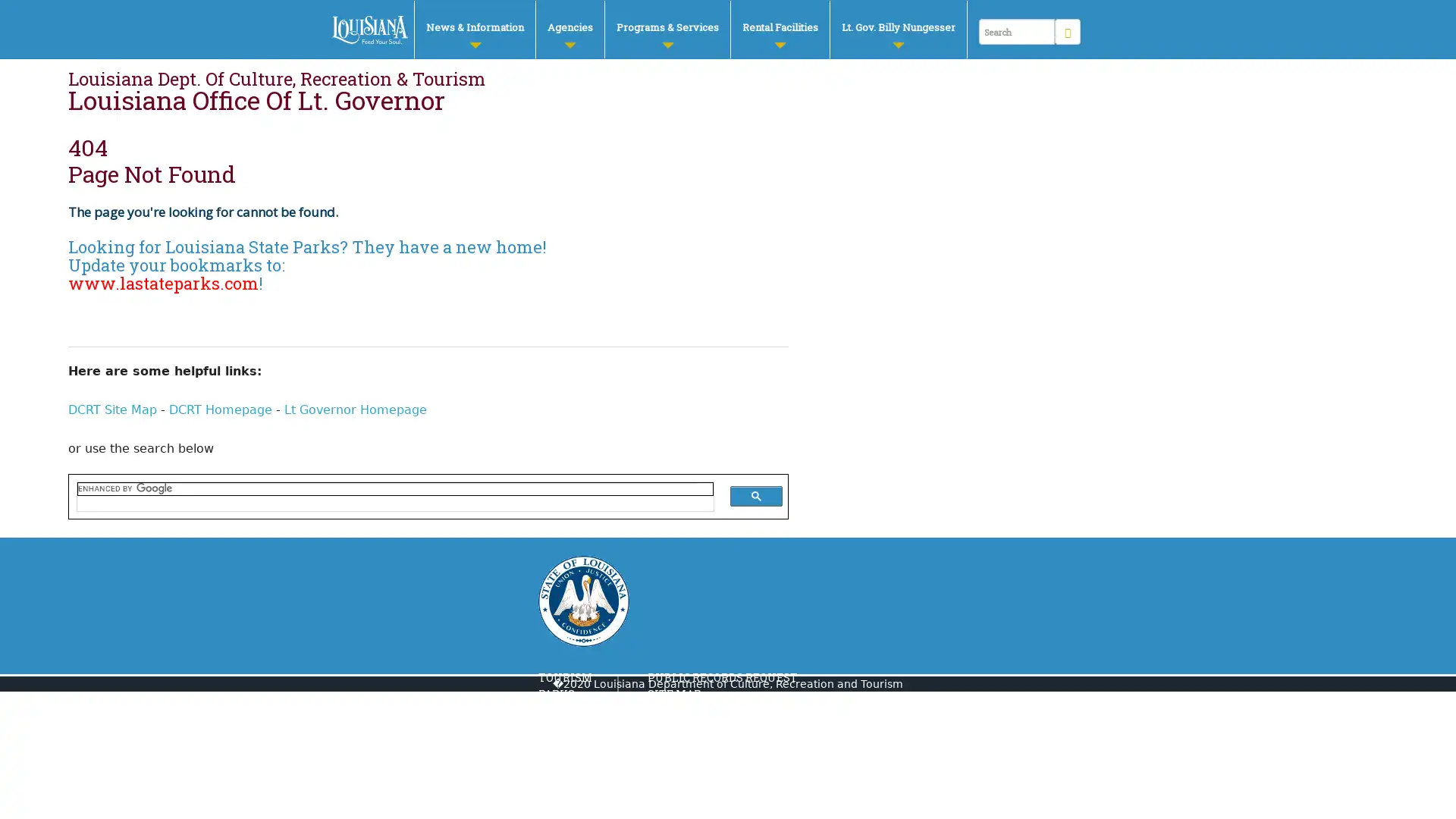  Describe the element at coordinates (473, 29) in the screenshot. I see `News & Information` at that location.